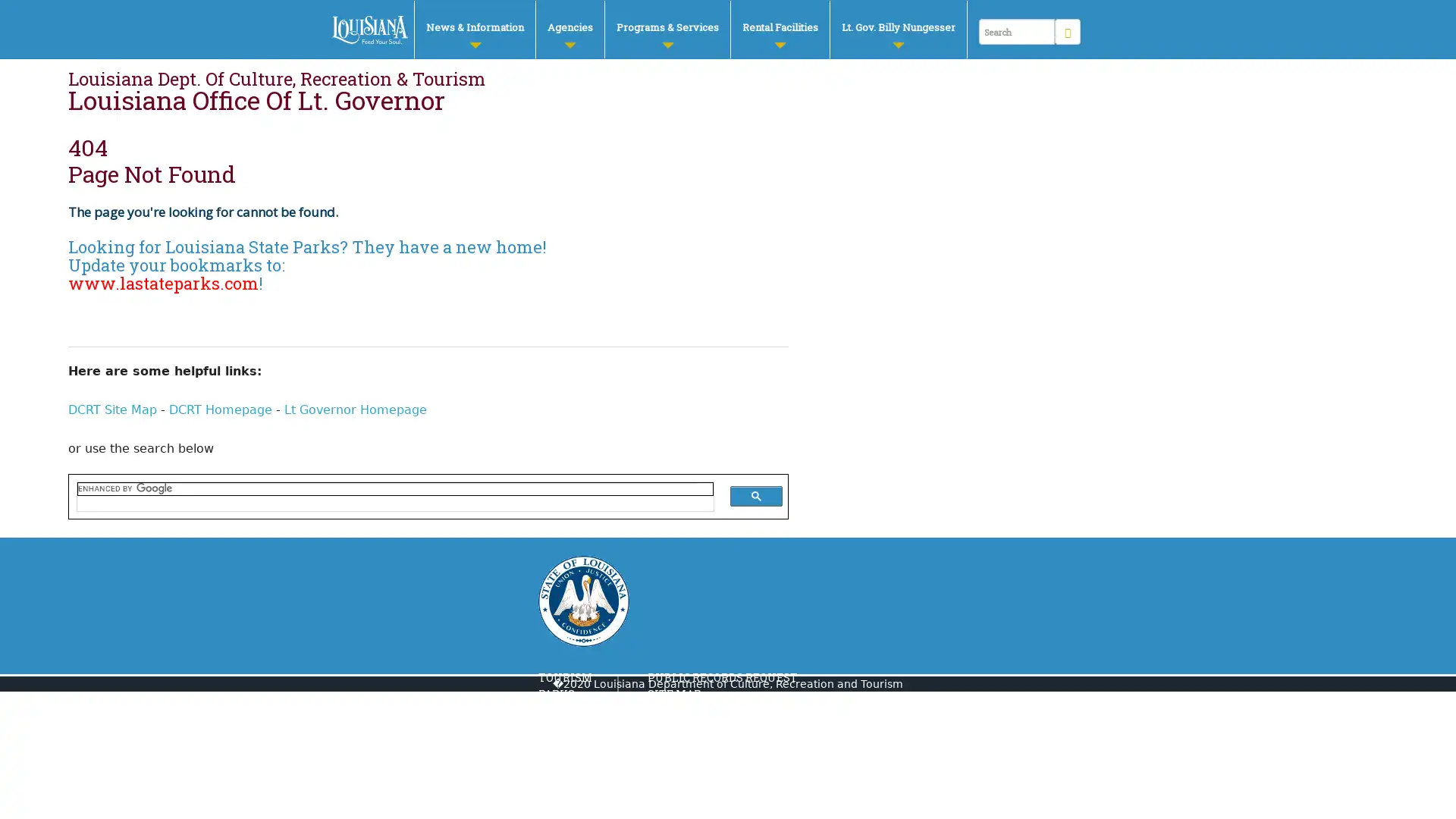  Describe the element at coordinates (473, 29) in the screenshot. I see `News & Information` at that location.